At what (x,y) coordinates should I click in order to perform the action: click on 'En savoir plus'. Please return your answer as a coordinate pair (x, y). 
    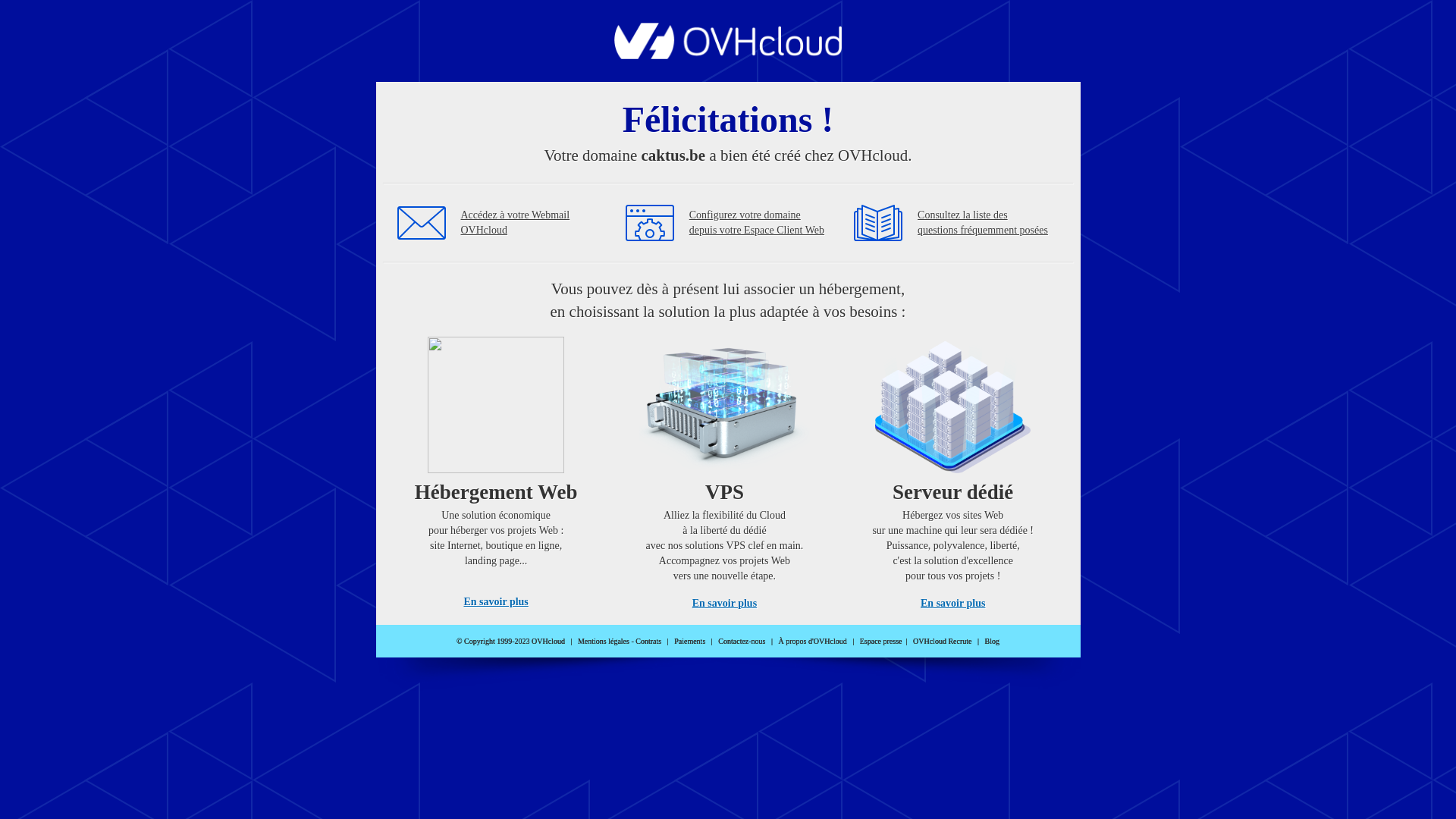
    Looking at the image, I should click on (691, 602).